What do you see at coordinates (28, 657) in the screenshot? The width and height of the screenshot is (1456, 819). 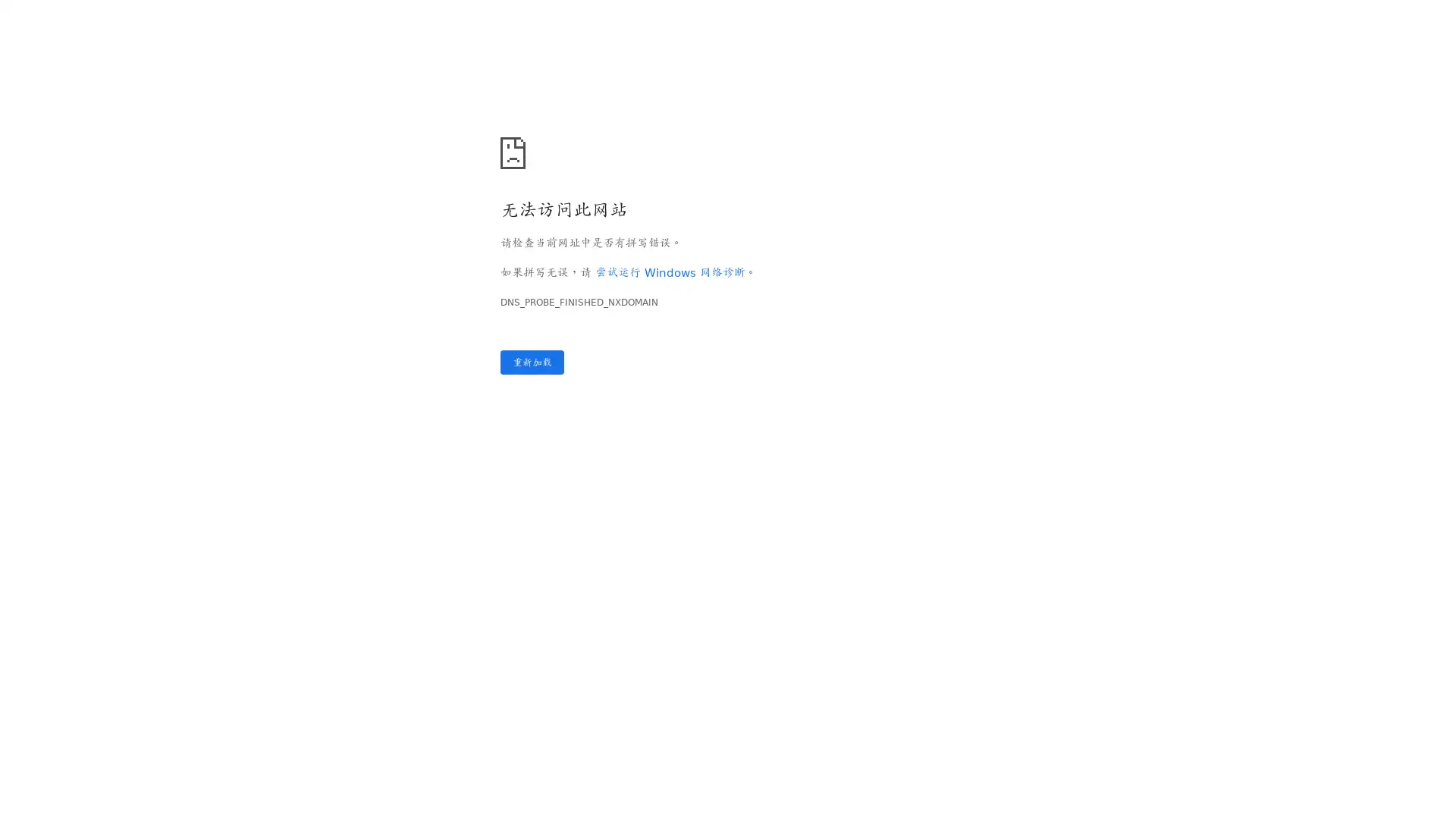 I see `Go to slide 1` at bounding box center [28, 657].